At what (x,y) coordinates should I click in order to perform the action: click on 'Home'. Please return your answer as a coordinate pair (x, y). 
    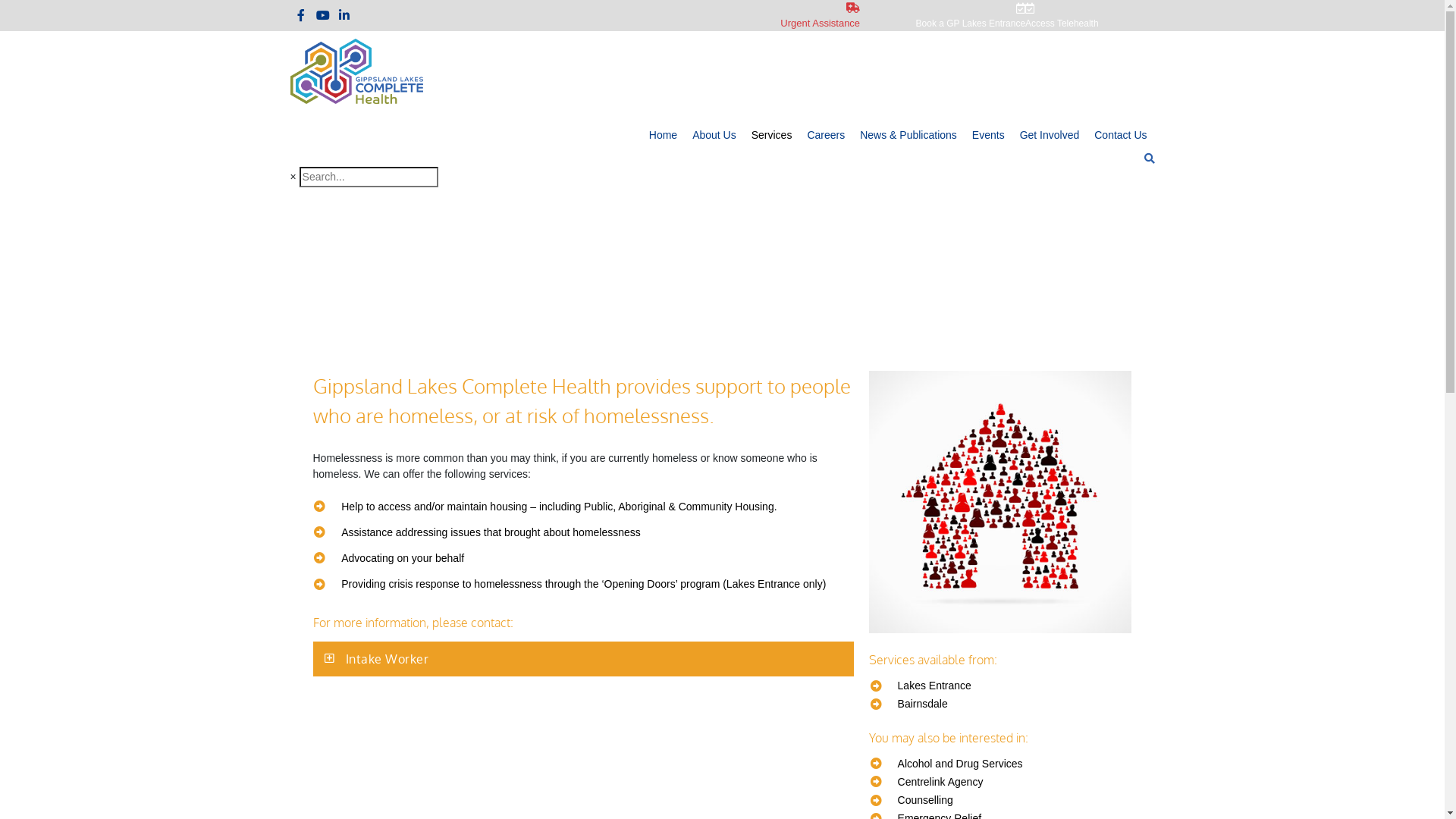
    Looking at the image, I should click on (663, 134).